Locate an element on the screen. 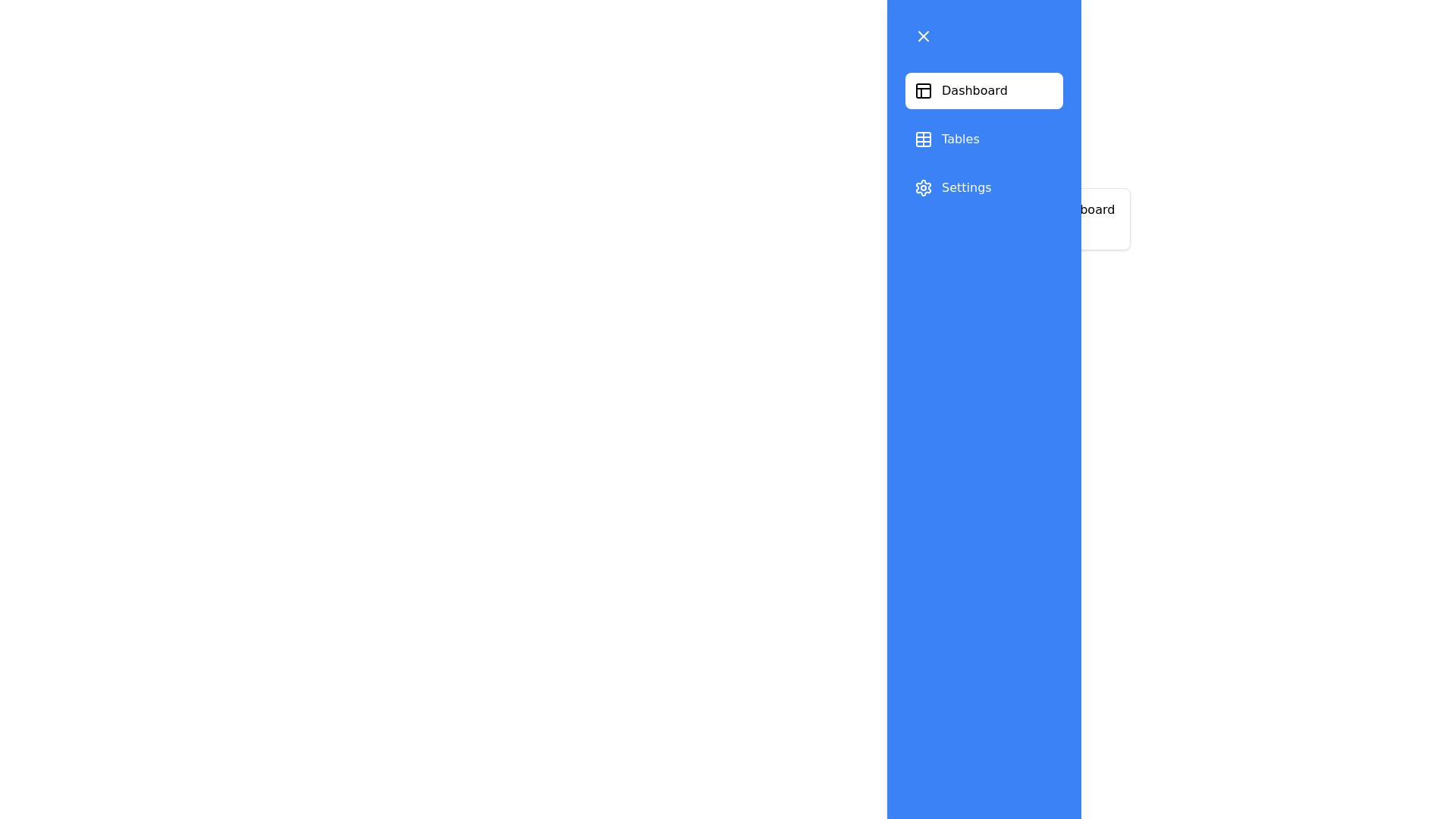  the section Dashboard from the list is located at coordinates (984, 90).